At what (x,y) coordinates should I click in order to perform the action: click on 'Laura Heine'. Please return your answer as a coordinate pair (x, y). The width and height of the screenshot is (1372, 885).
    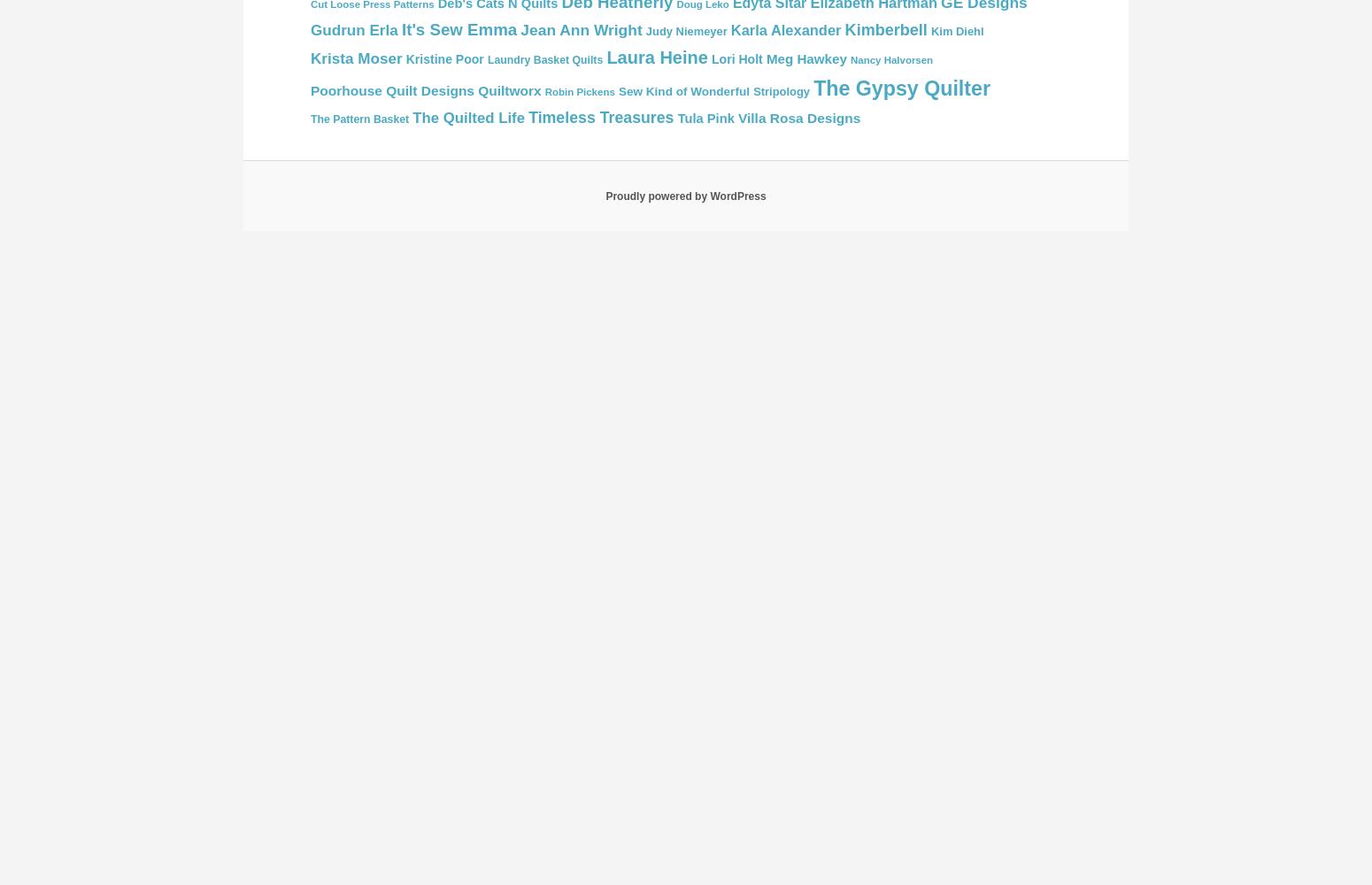
    Looking at the image, I should click on (656, 57).